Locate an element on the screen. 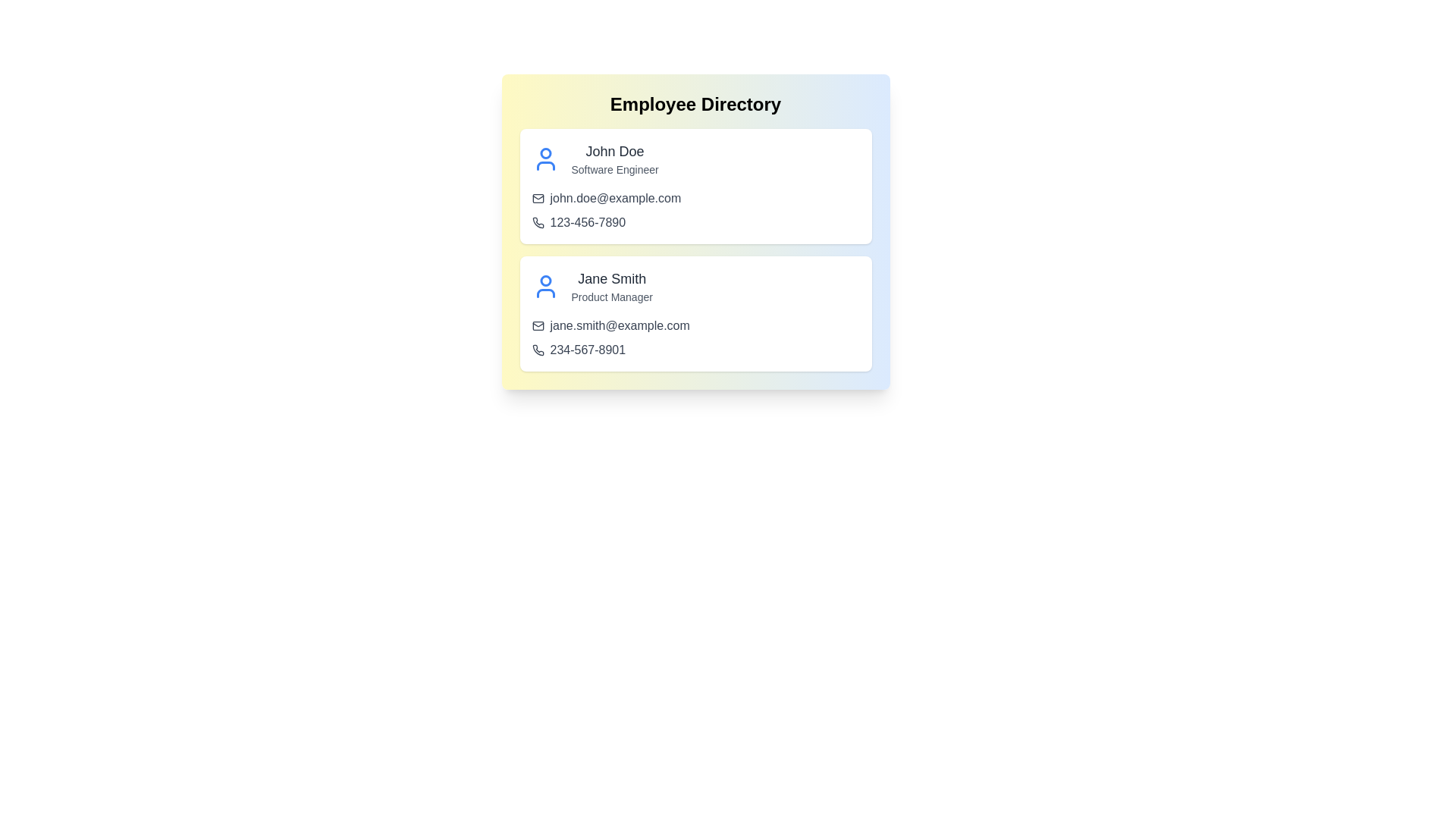  the phone link for John Doe is located at coordinates (695, 222).